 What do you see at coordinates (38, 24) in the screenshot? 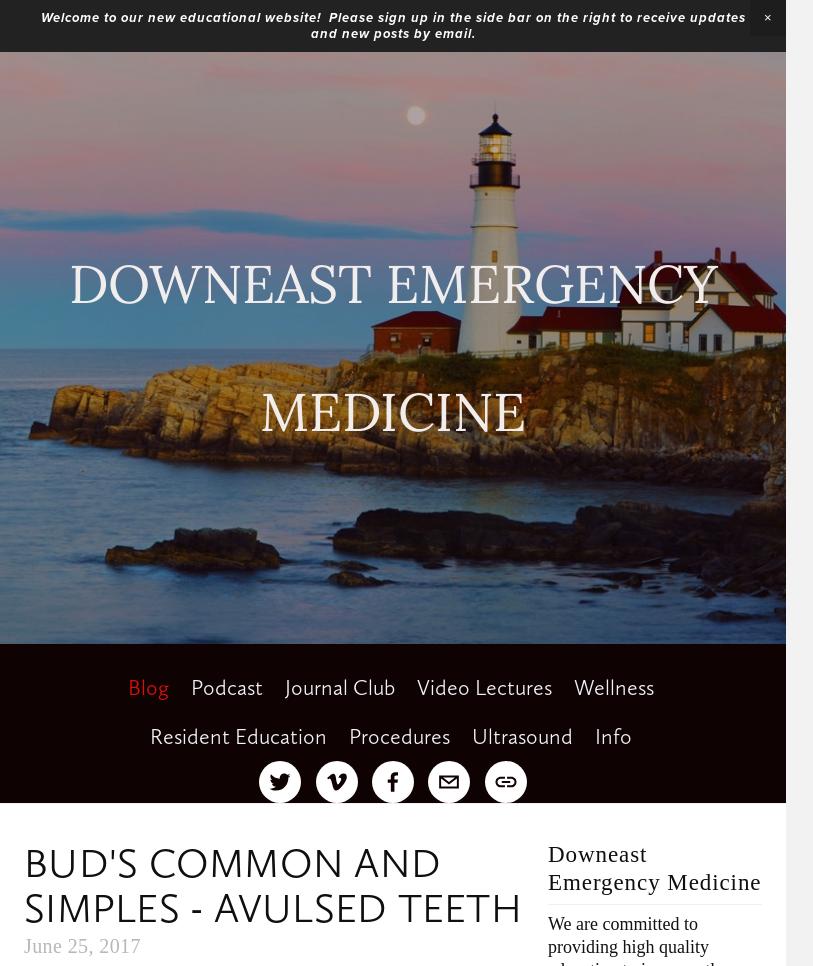
I see `'Welcome to our new educational website!  Please sign up in the side bar on the right to receive updates and new posts by email.'` at bounding box center [38, 24].